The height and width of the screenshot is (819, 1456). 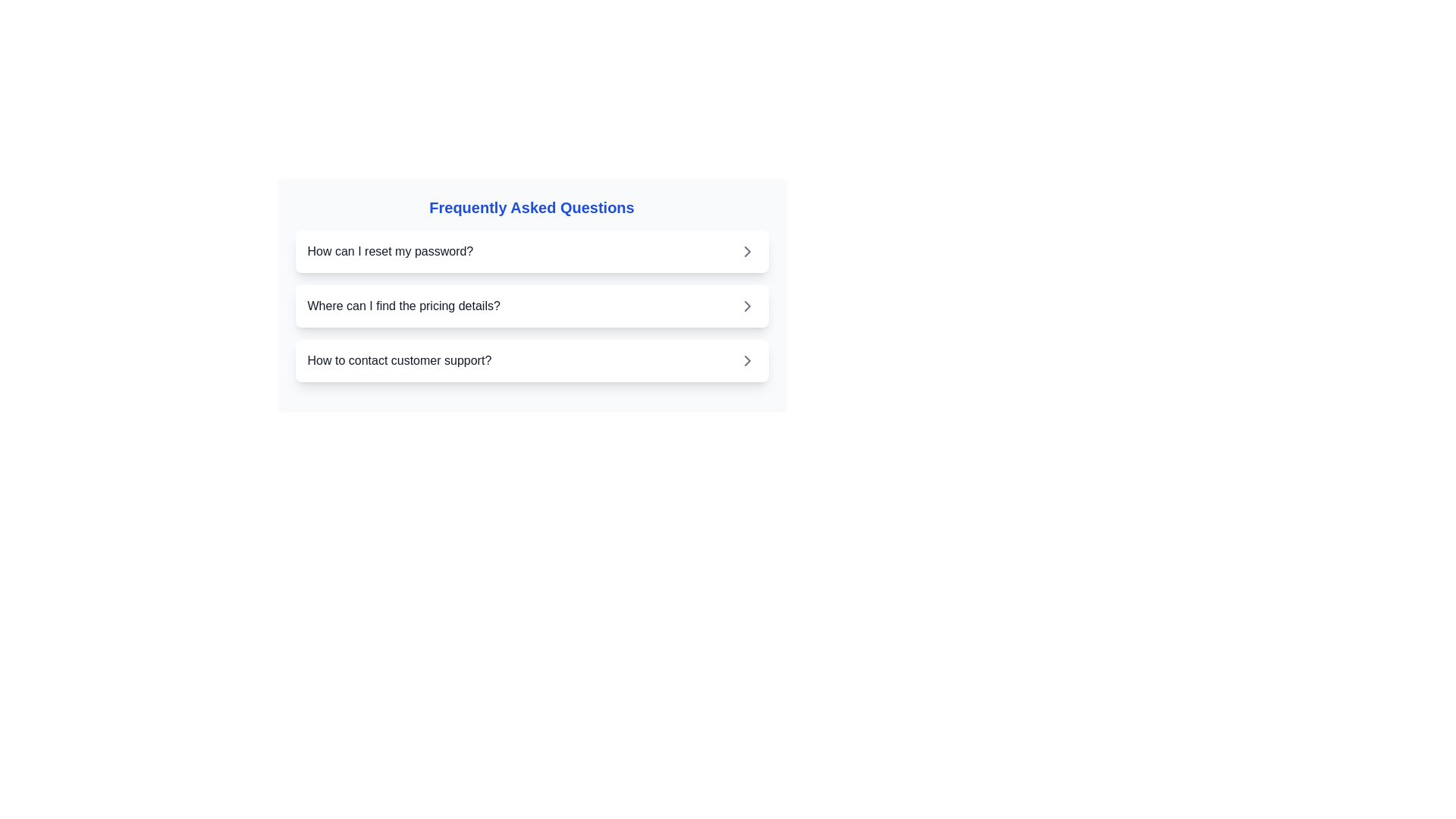 I want to click on the clickable Text Label in the Frequently Asked Questions section that provides information about resetting a password, so click(x=390, y=250).